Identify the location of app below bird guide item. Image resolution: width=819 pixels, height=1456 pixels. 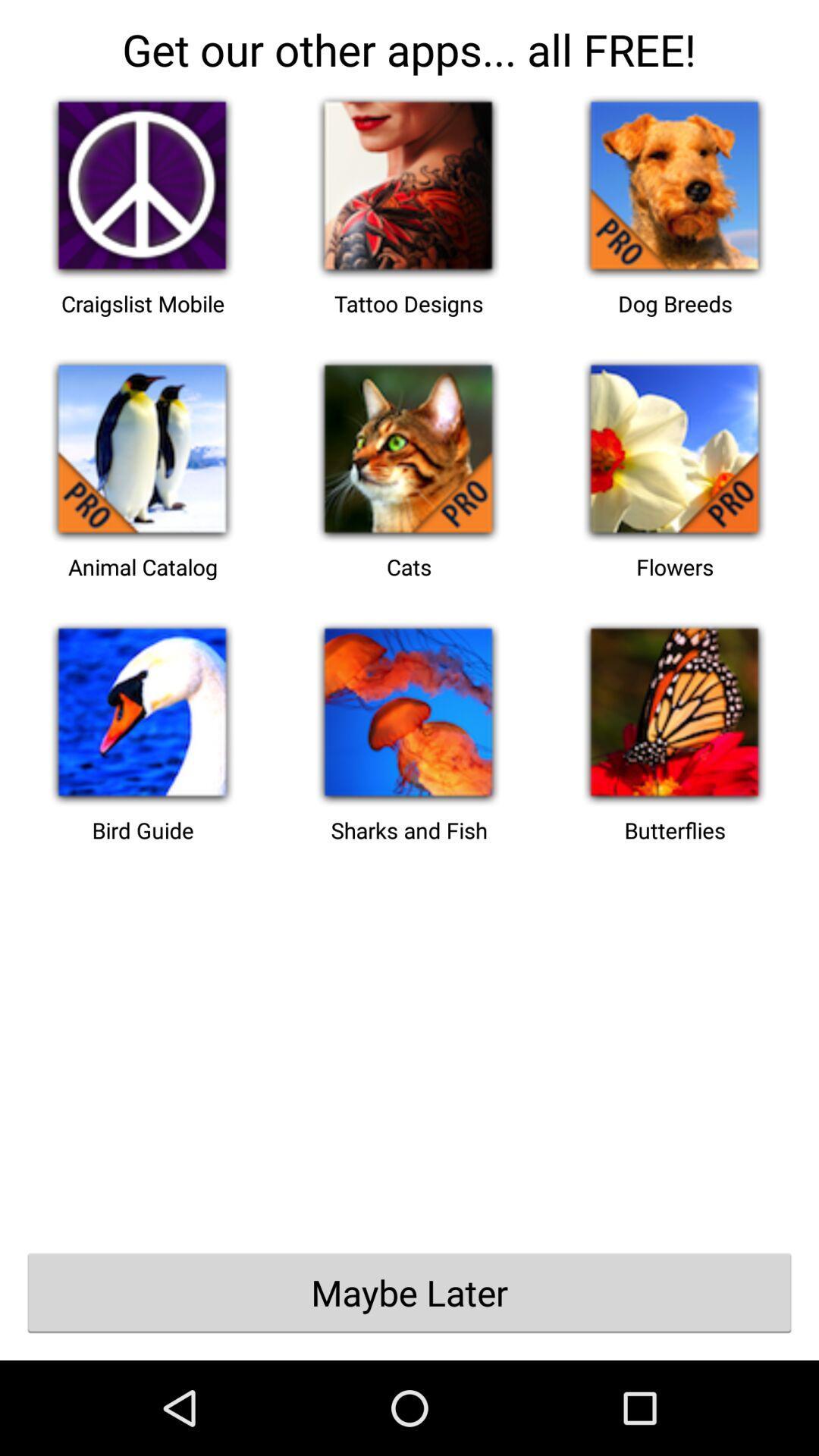
(409, 1291).